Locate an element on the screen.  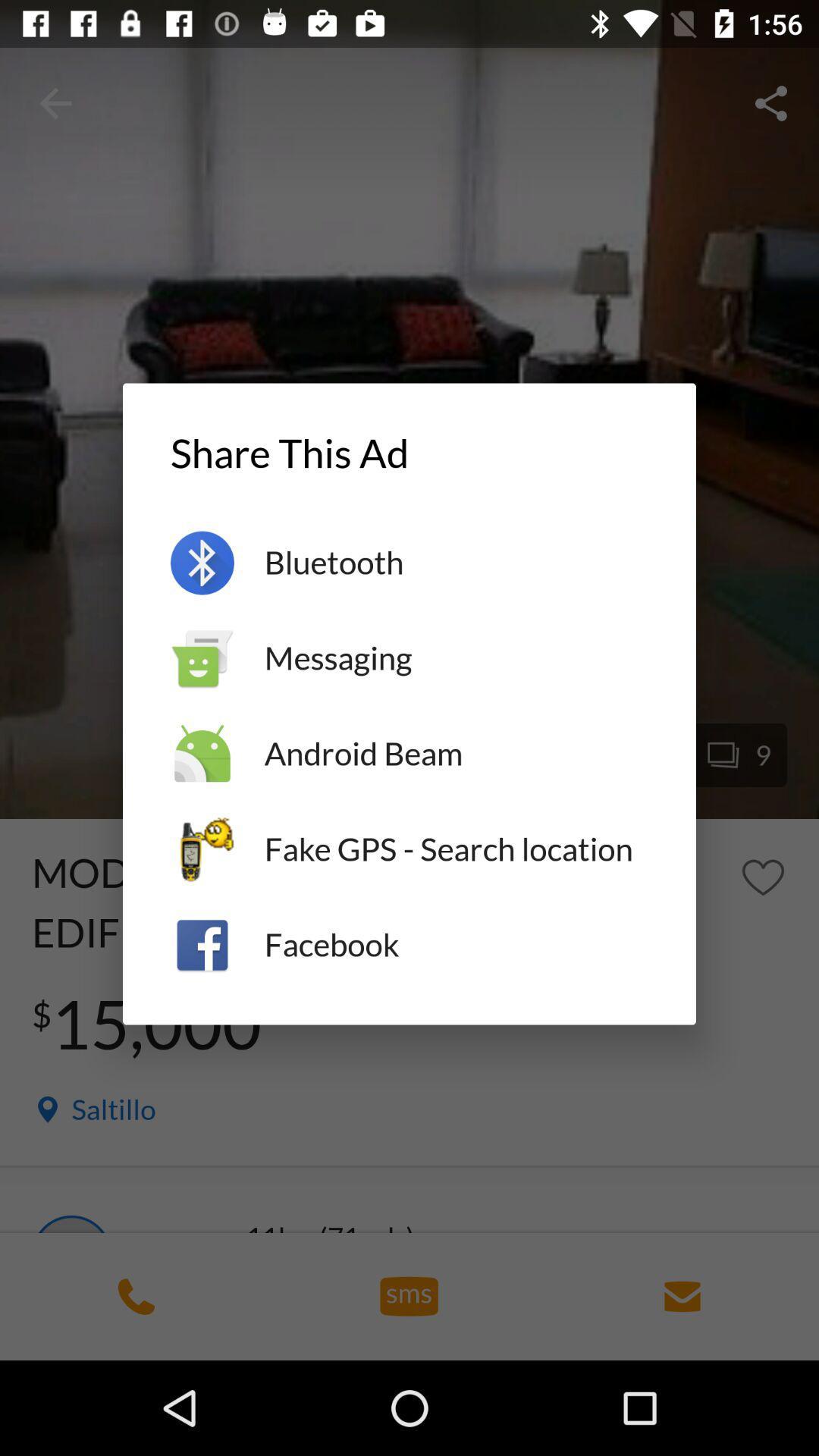
item above fake gps search item is located at coordinates (455, 754).